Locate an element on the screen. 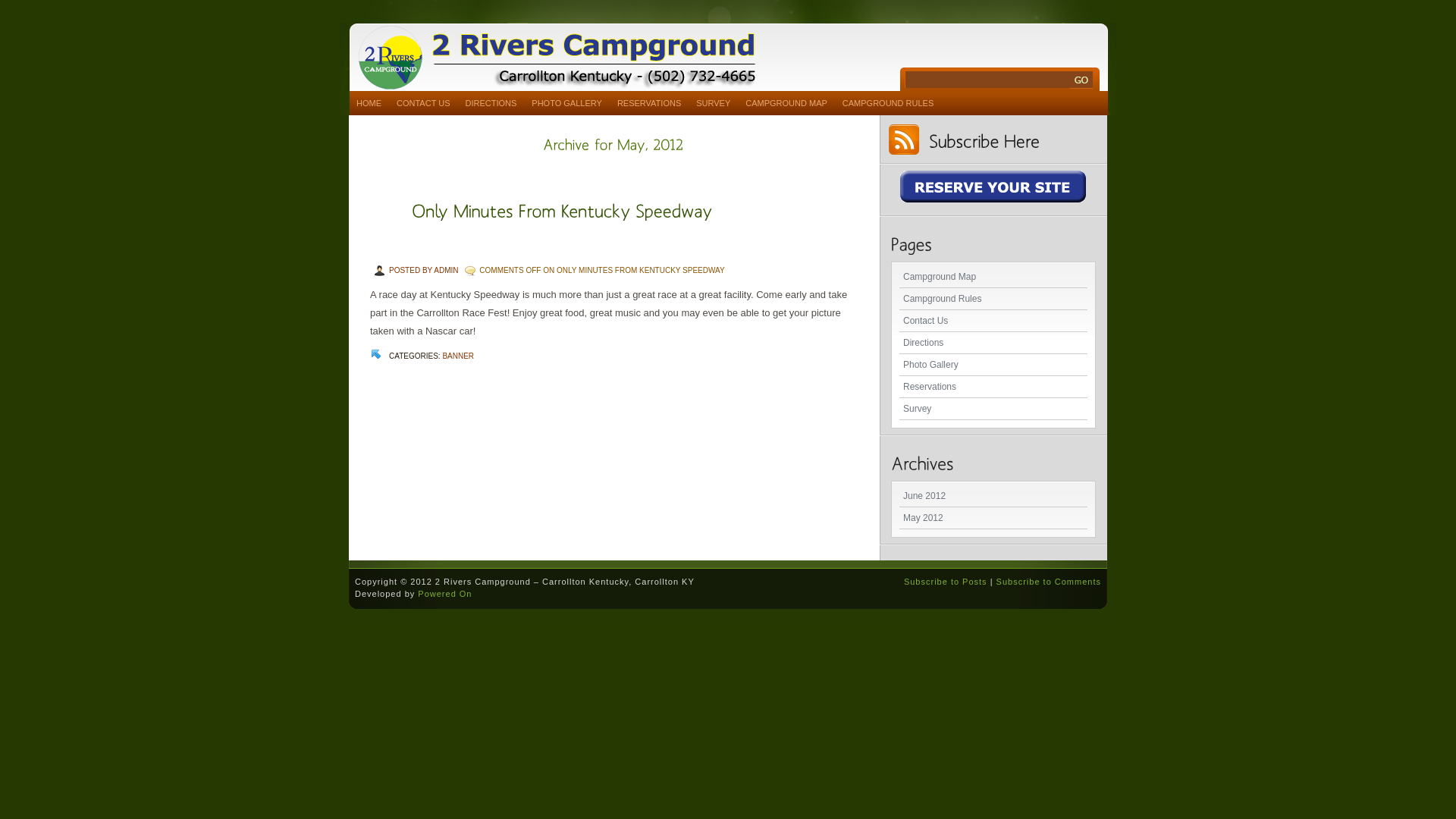 This screenshot has width=1456, height=819. 'Powered On' is located at coordinates (444, 593).